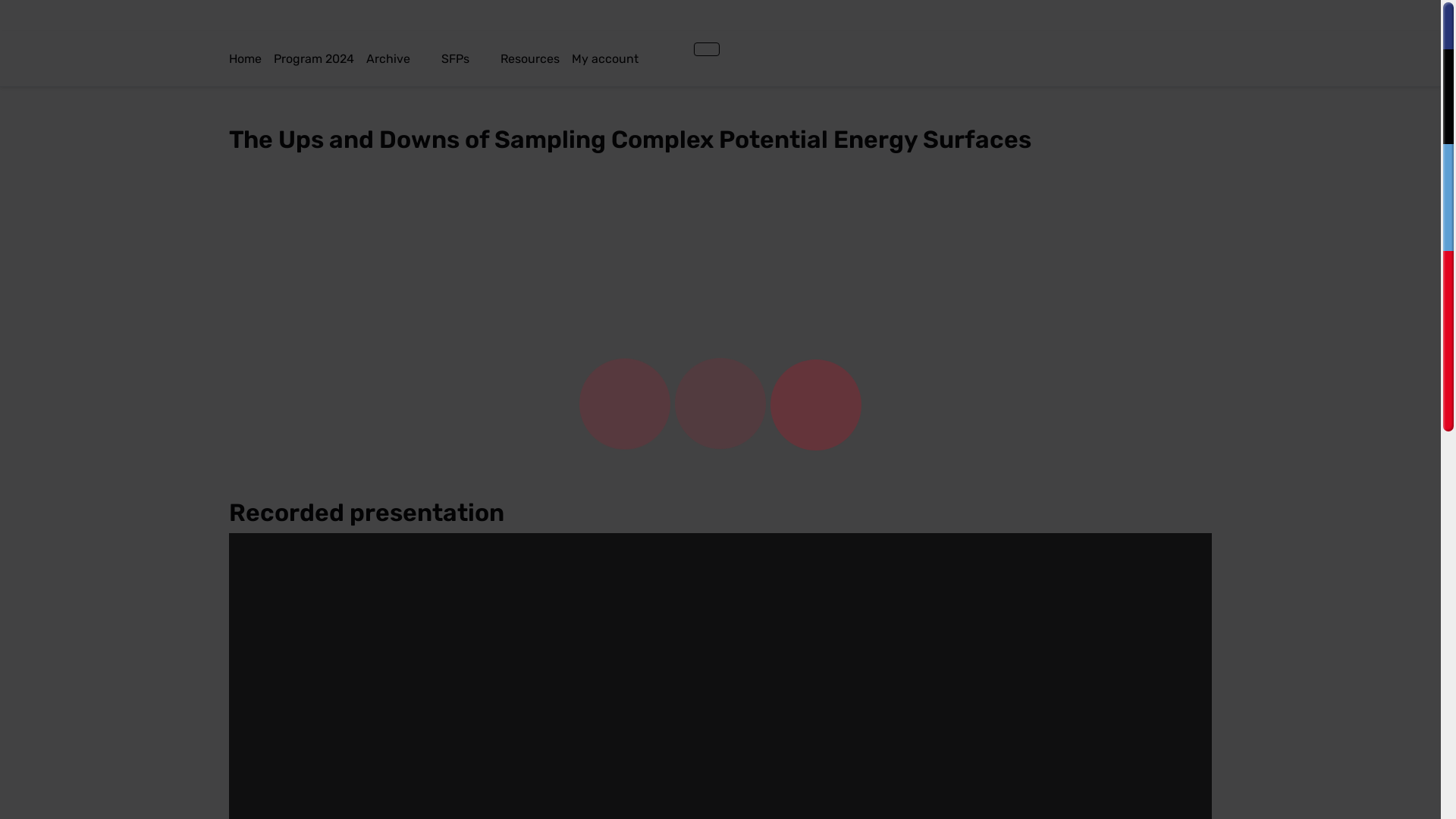  What do you see at coordinates (705, 49) in the screenshot?
I see `'Login'` at bounding box center [705, 49].